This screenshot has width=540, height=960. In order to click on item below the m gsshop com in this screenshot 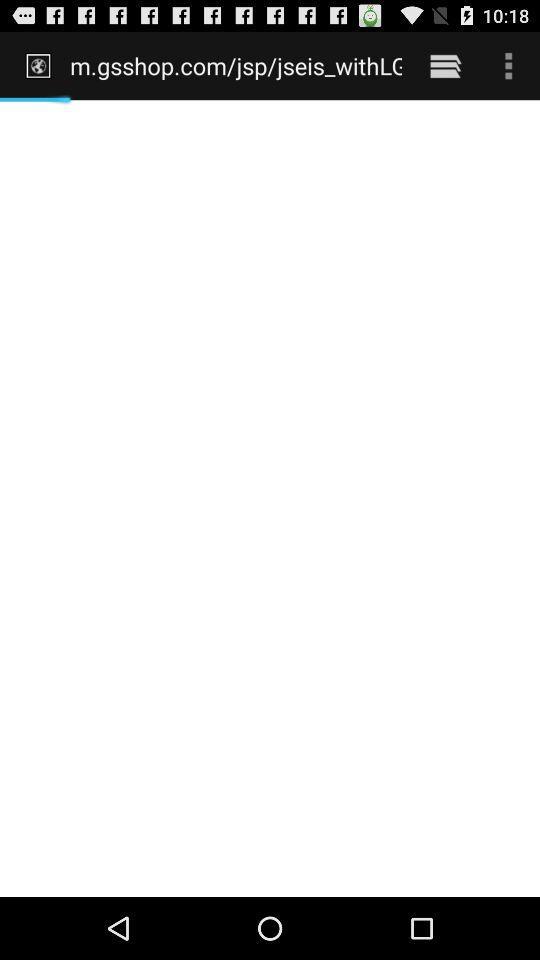, I will do `click(270, 497)`.